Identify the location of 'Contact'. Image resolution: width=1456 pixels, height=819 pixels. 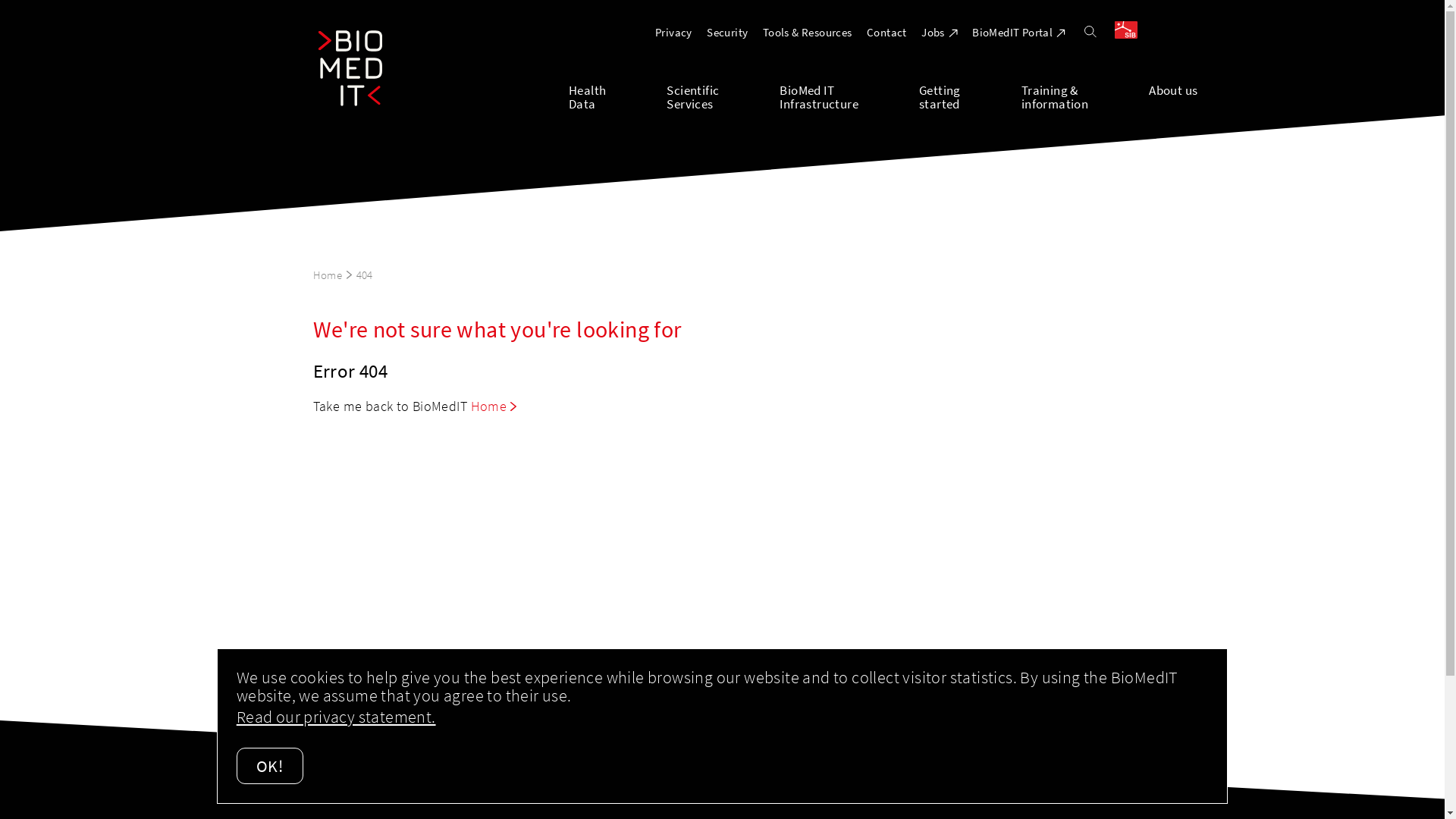
(886, 32).